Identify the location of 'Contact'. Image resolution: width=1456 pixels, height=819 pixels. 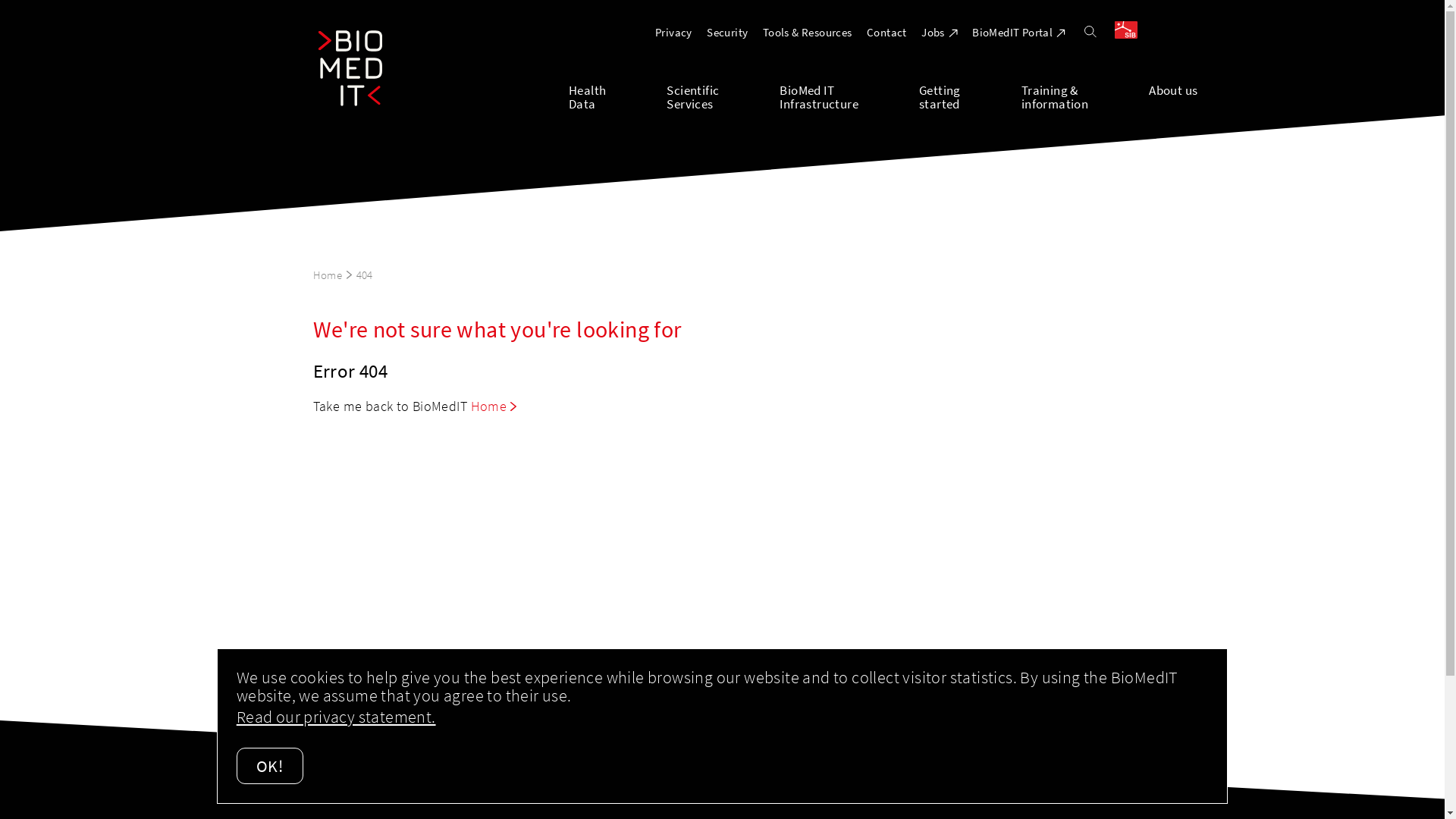
(886, 32).